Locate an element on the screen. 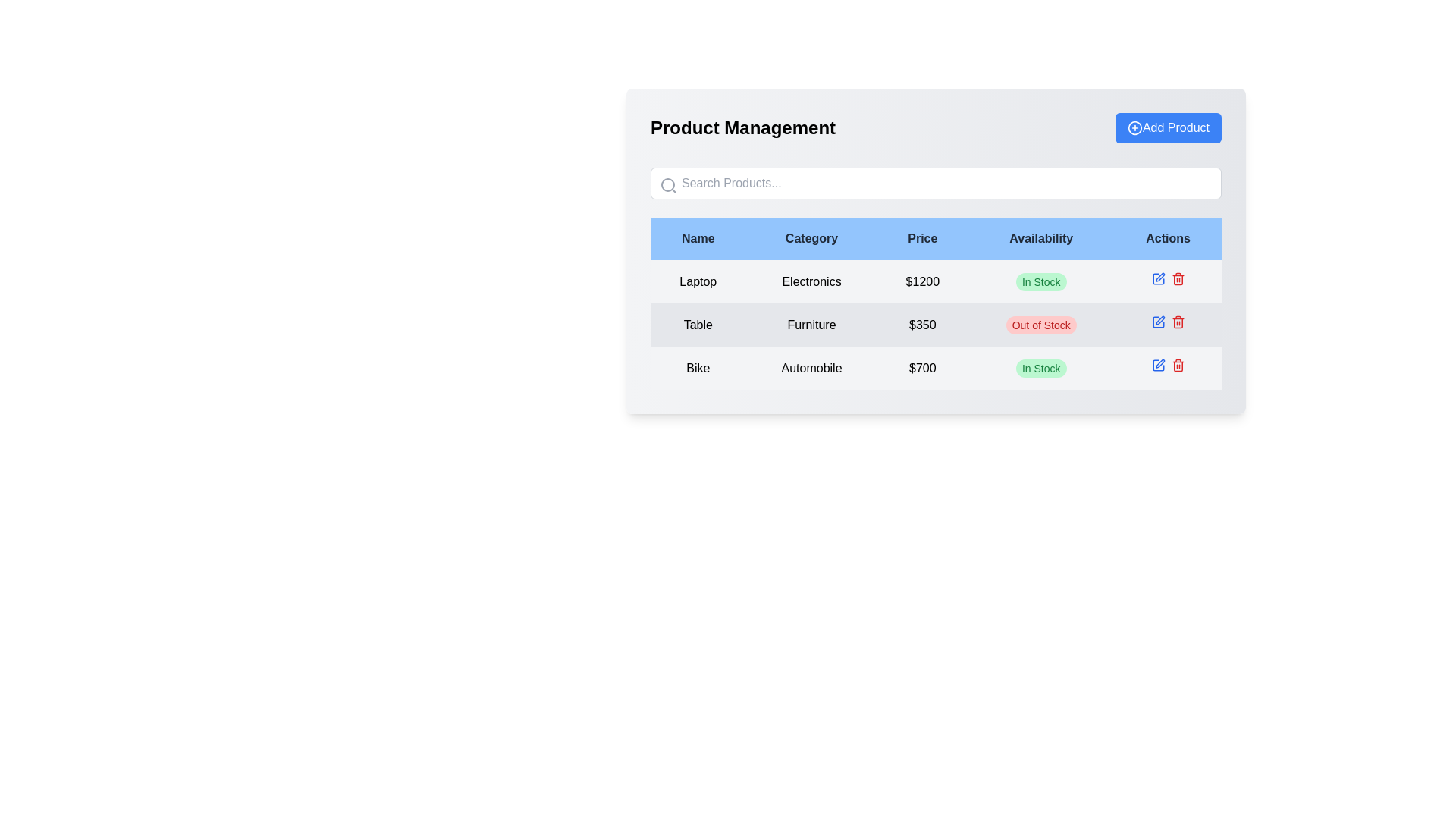  the Text Label indicating the category 'Automobile' located in the second column of the bottom row of the table is located at coordinates (811, 368).